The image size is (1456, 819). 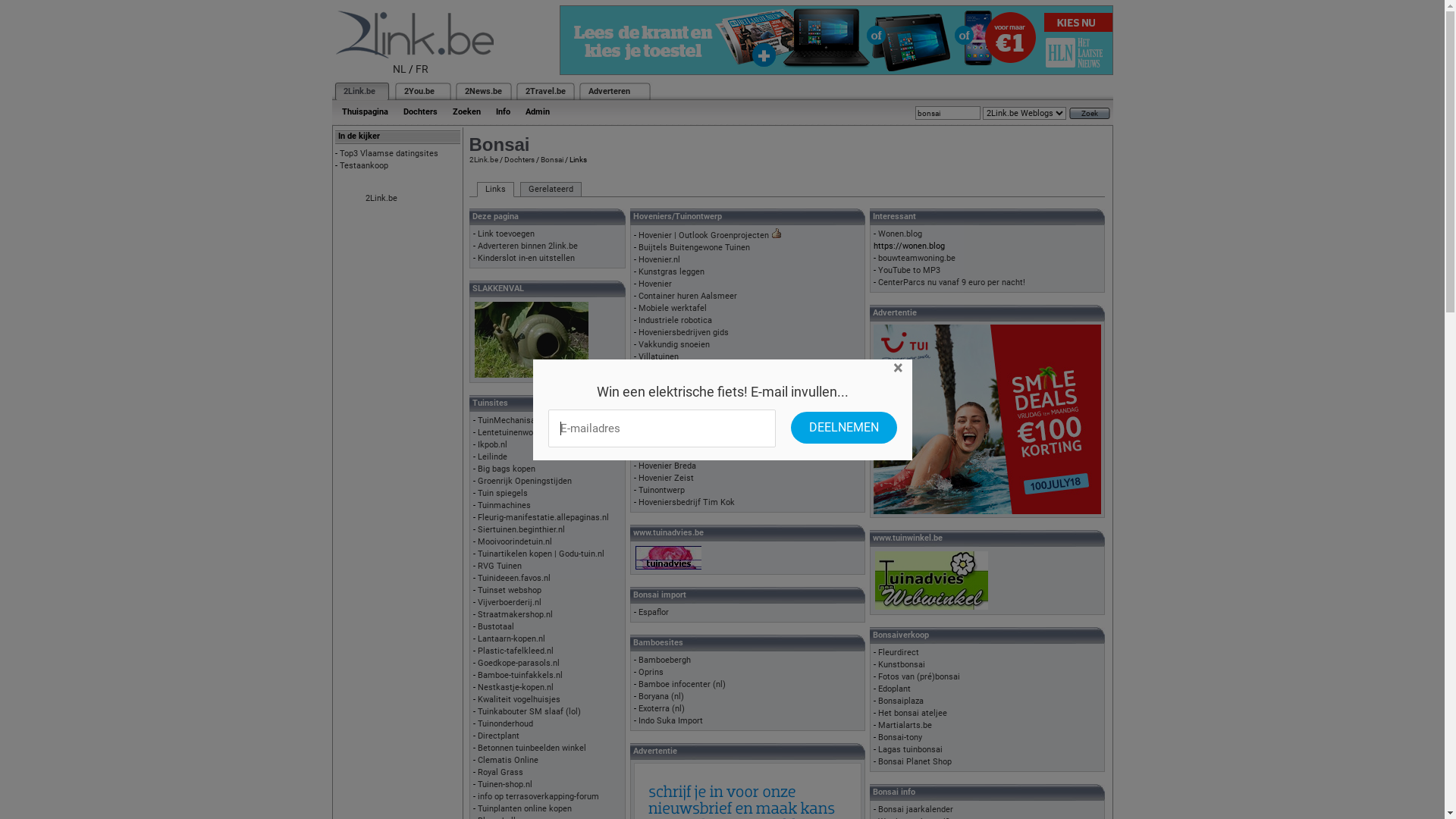 I want to click on 'Tuinkabouter SM slaaf (lol)', so click(x=529, y=711).